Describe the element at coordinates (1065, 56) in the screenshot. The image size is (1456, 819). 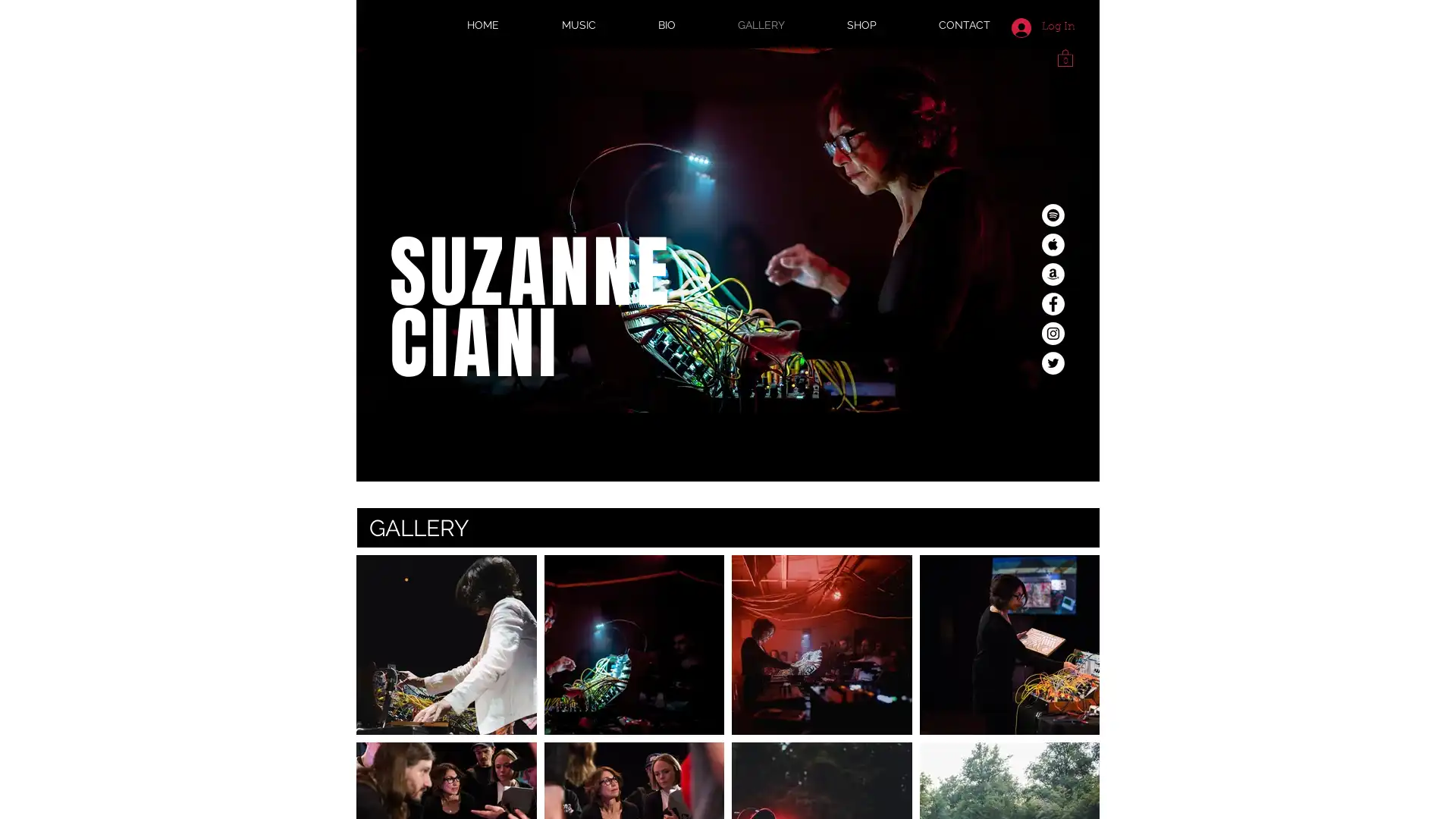
I see `Cart with 0 items` at that location.